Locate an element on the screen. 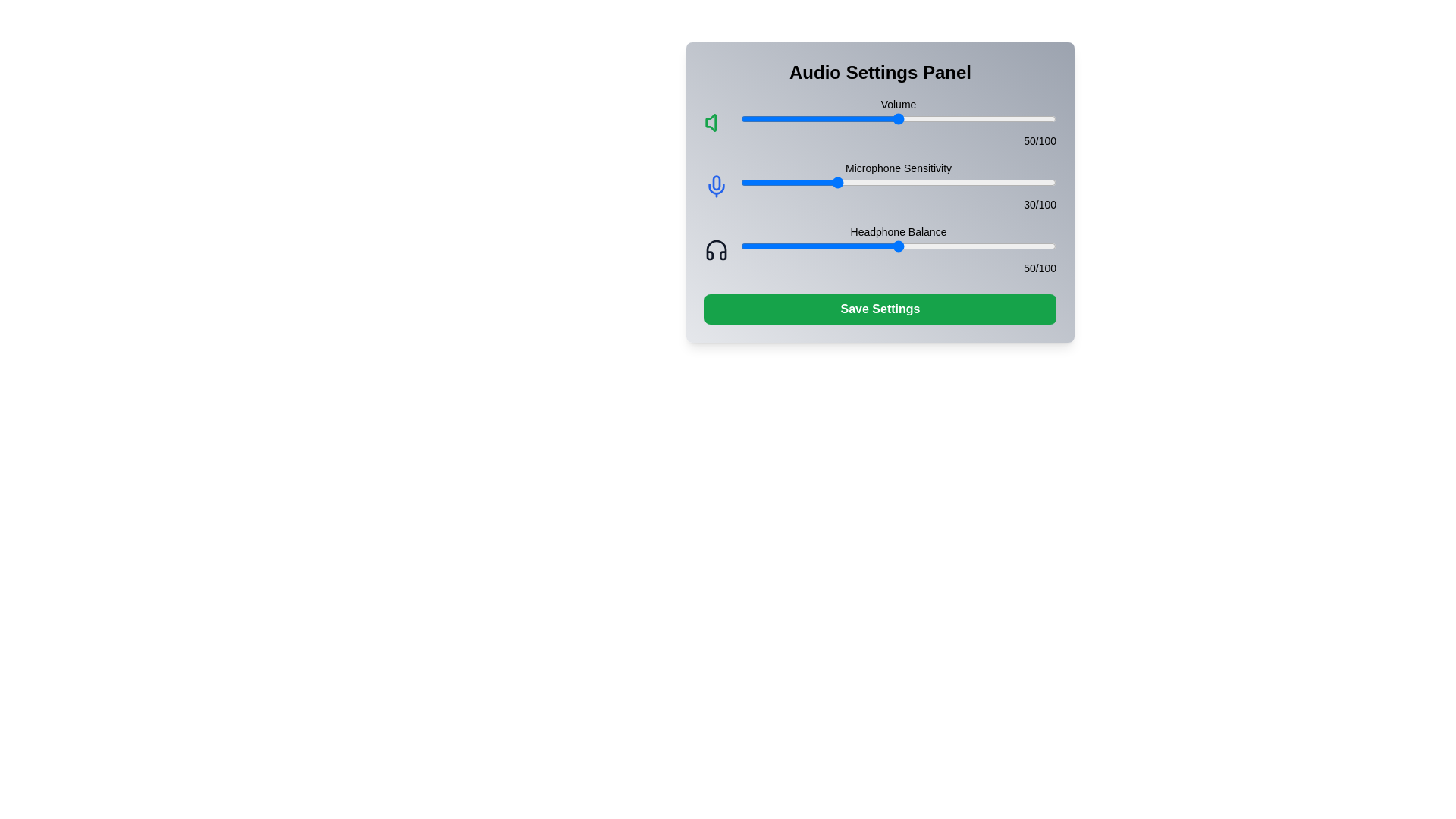 This screenshot has height=819, width=1456. microphone sensitivity is located at coordinates (996, 181).